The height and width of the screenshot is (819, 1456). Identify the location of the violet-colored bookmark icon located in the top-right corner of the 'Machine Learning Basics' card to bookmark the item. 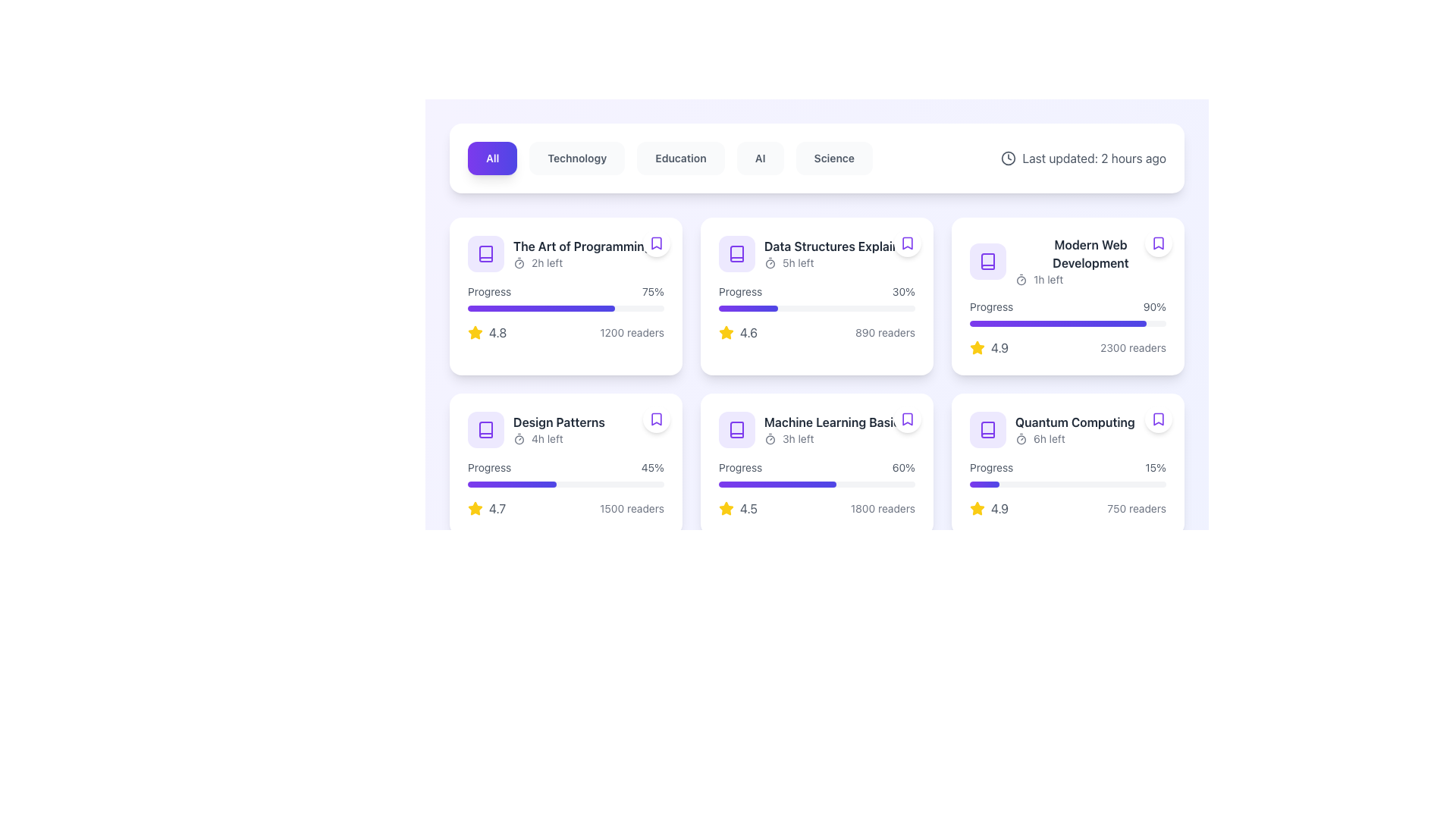
(907, 419).